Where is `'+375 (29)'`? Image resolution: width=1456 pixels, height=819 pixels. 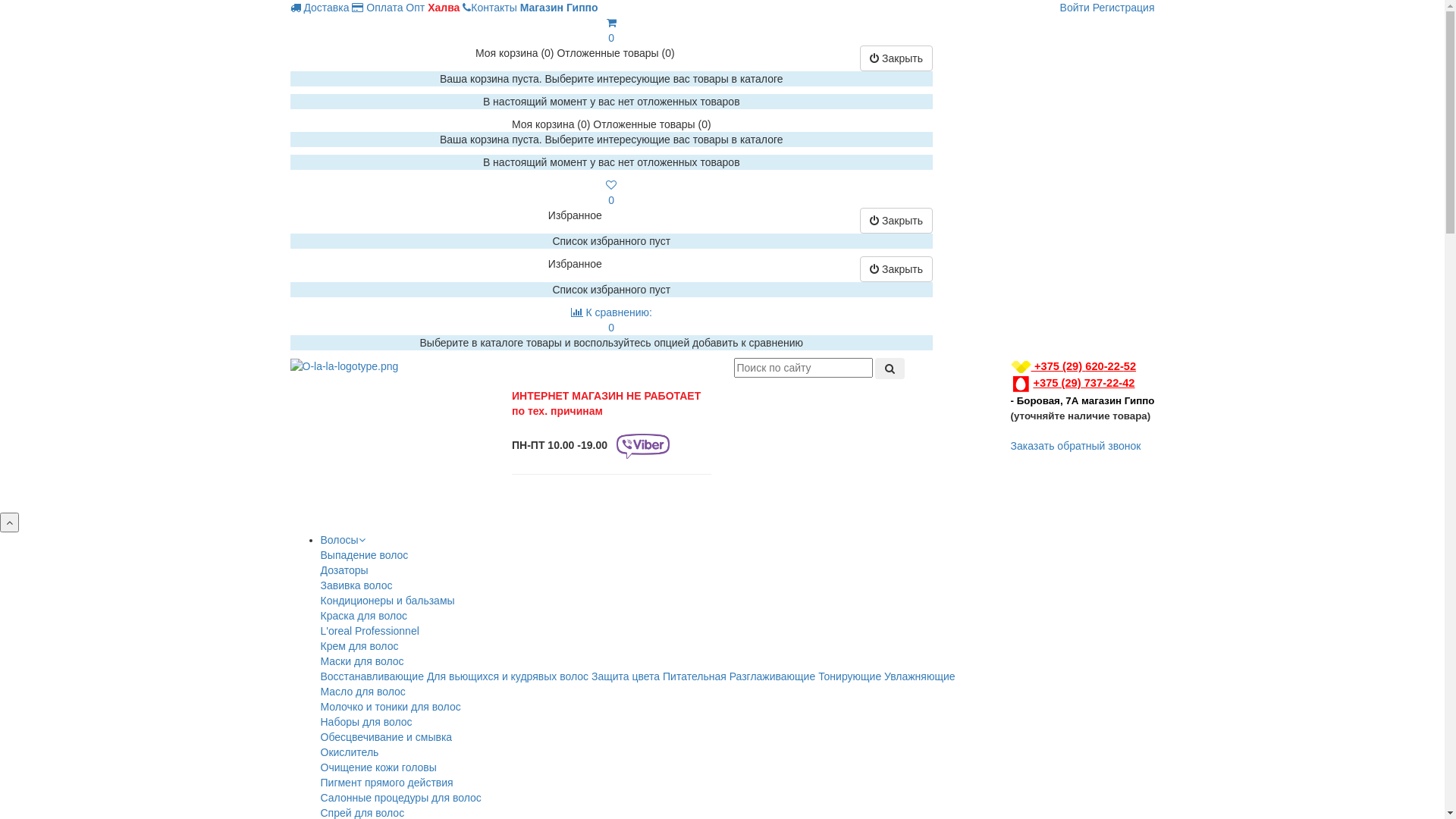 '+375 (29)' is located at coordinates (1045, 382).